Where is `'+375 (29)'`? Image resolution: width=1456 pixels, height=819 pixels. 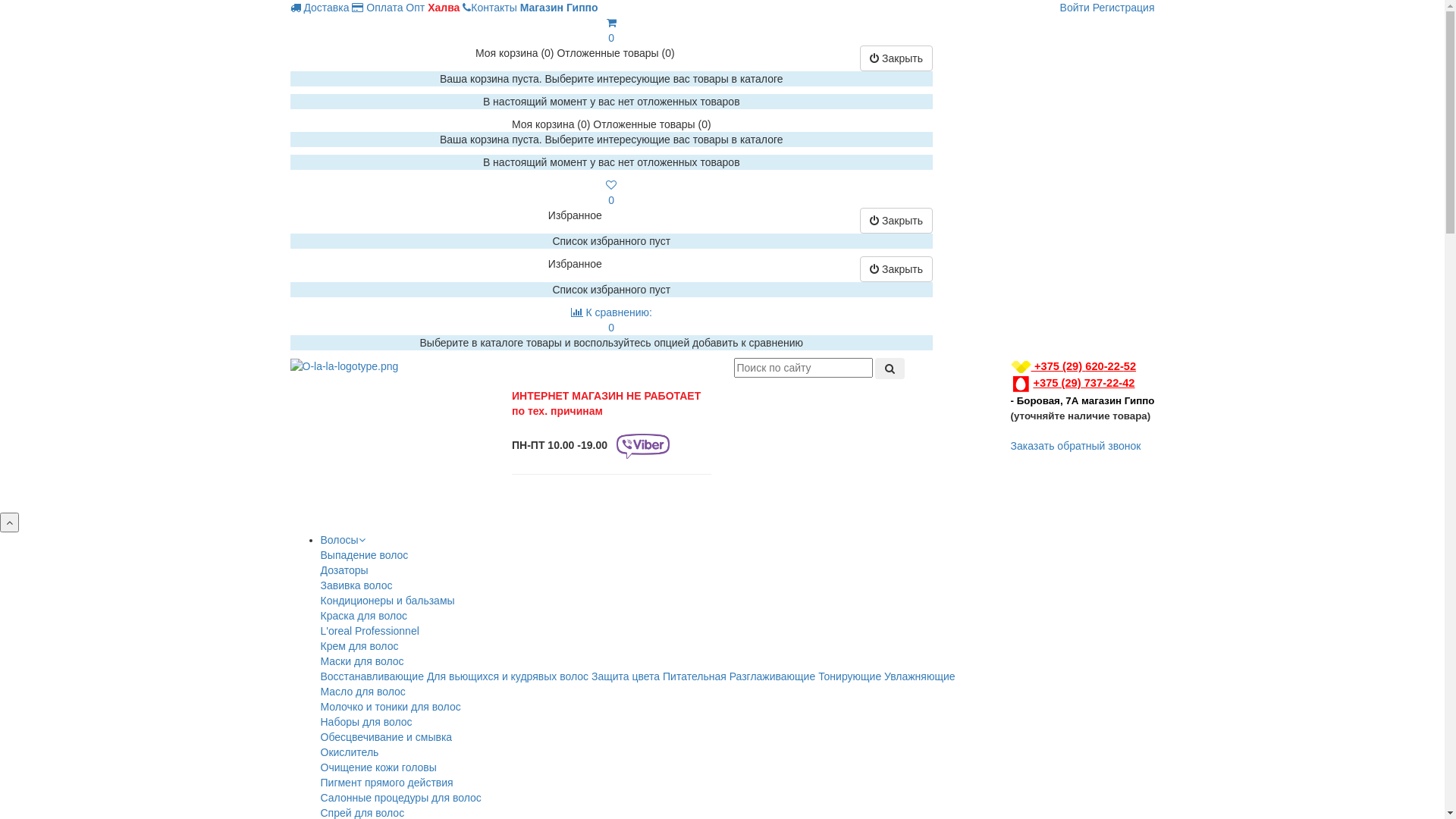 '+375 (29)' is located at coordinates (1045, 382).